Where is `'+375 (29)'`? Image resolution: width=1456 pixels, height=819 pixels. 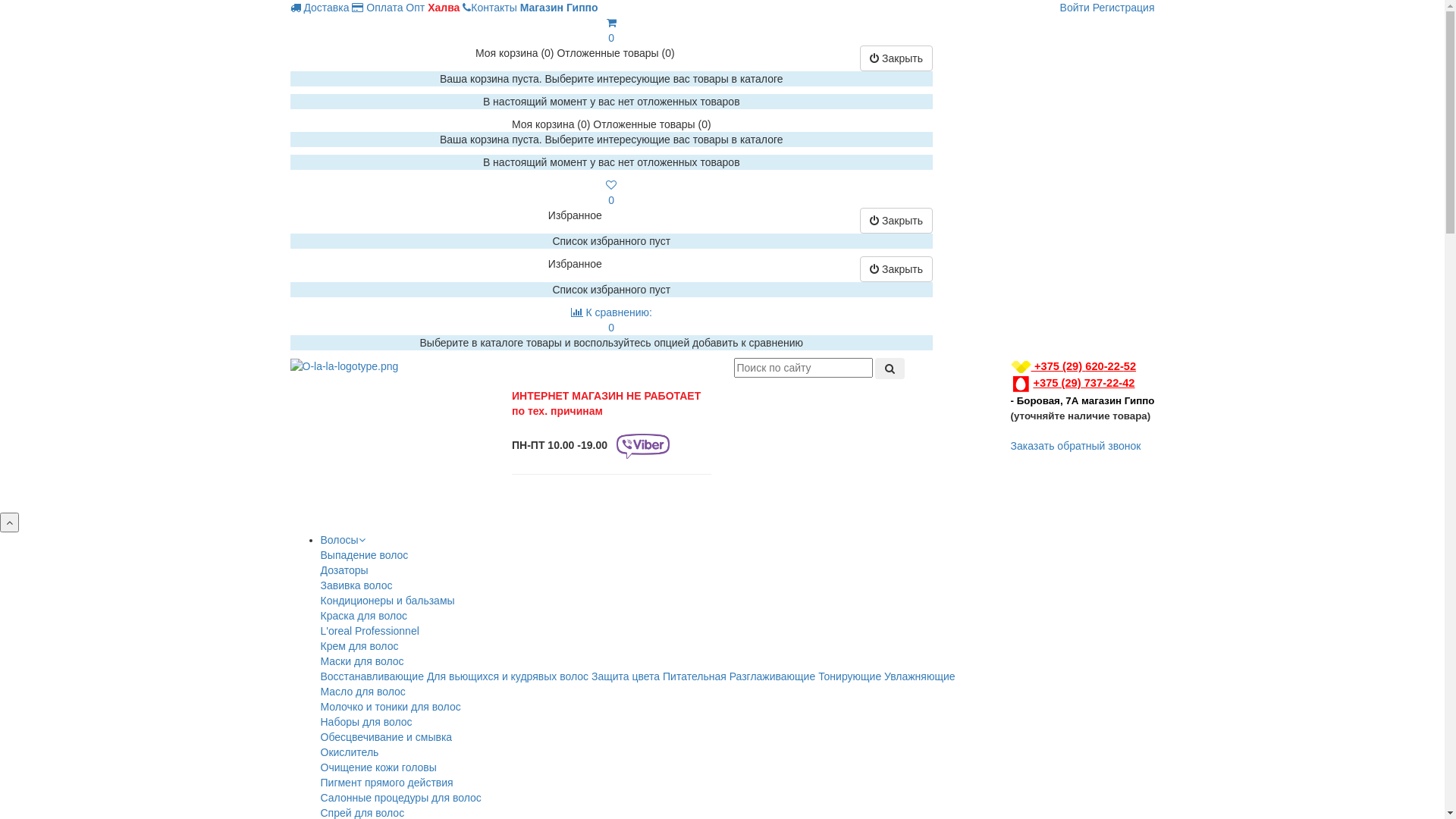 '+375 (29)' is located at coordinates (1045, 382).